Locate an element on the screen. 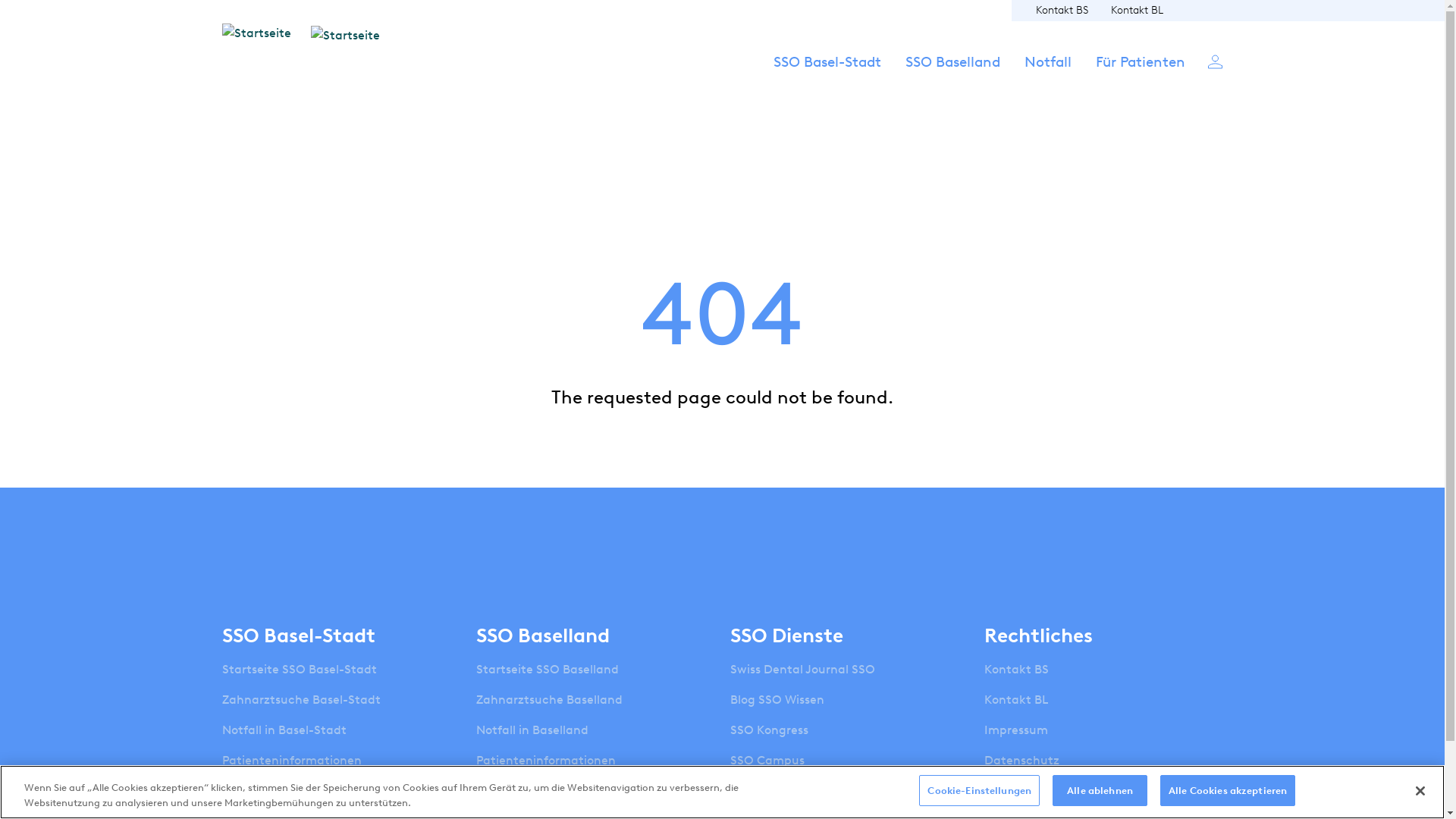 The width and height of the screenshot is (1456, 819). 'Zahnarztsuche Baselland' is located at coordinates (475, 699).